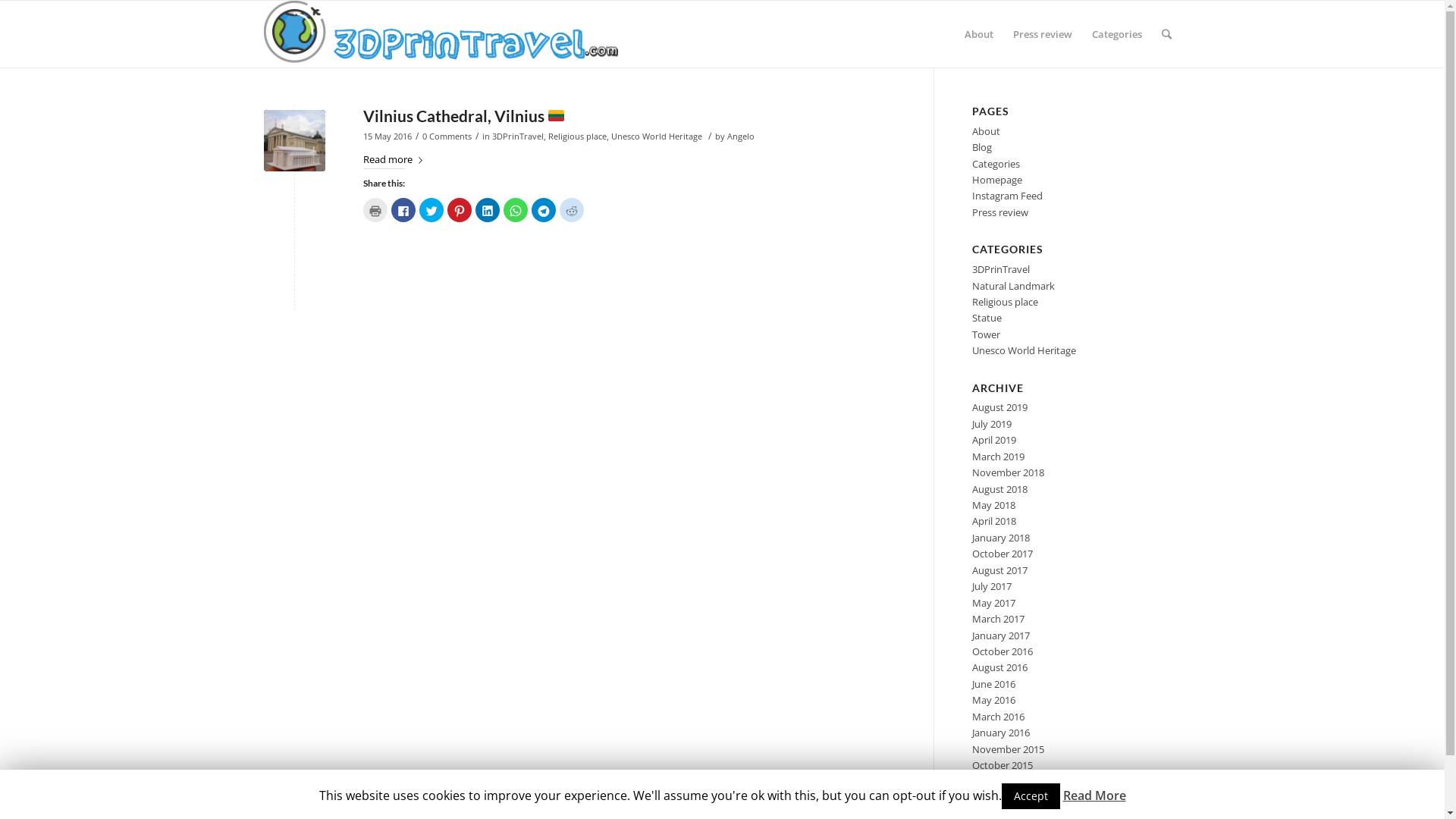 The height and width of the screenshot is (819, 1456). I want to click on 'March 2016', so click(998, 717).